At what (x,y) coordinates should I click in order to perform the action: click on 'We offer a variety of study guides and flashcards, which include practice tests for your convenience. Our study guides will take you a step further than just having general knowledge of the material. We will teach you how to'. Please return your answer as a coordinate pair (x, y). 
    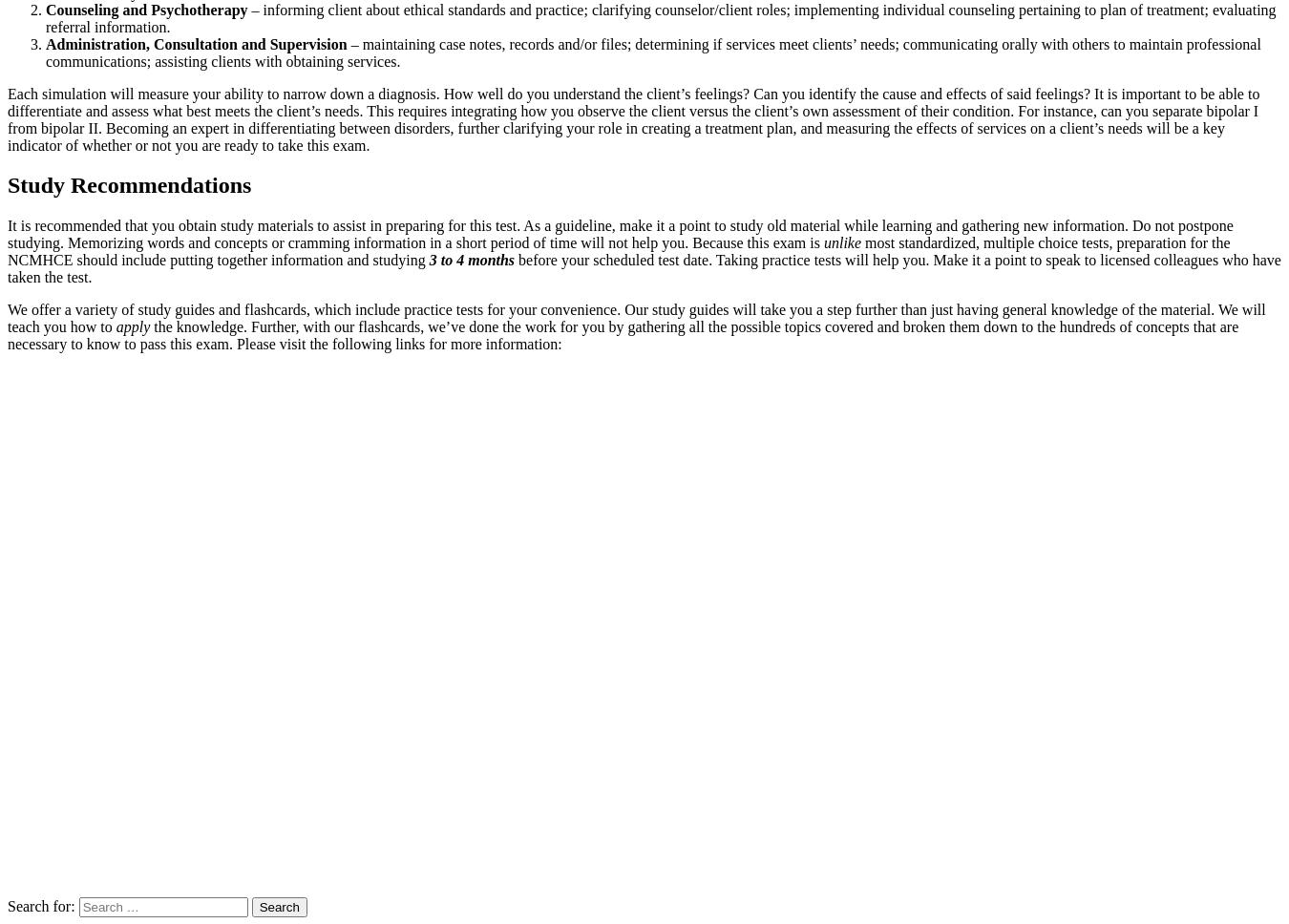
    Looking at the image, I should click on (636, 318).